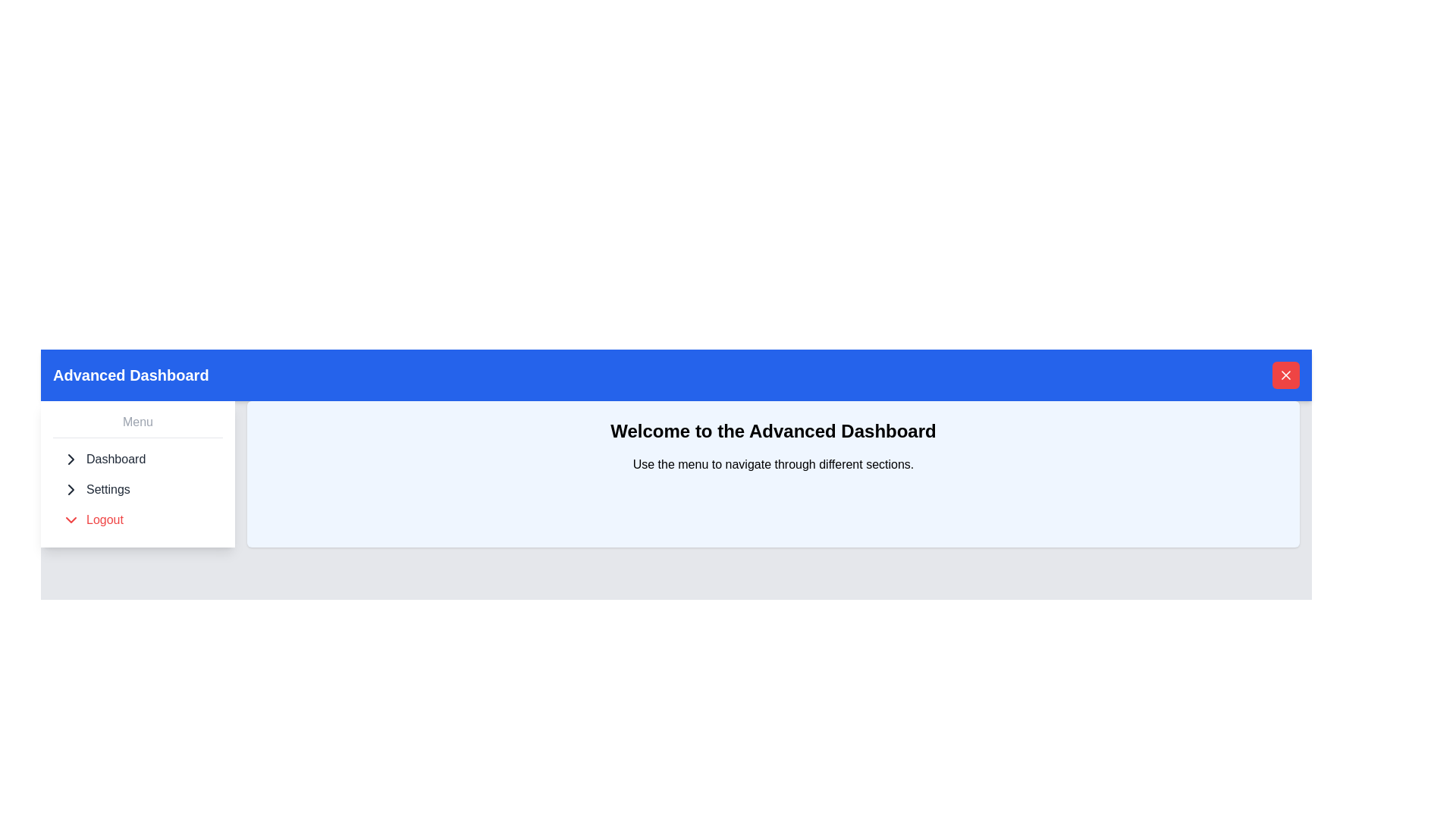  Describe the element at coordinates (138, 519) in the screenshot. I see `the 'Logout' button in the left sidebar menu` at that location.